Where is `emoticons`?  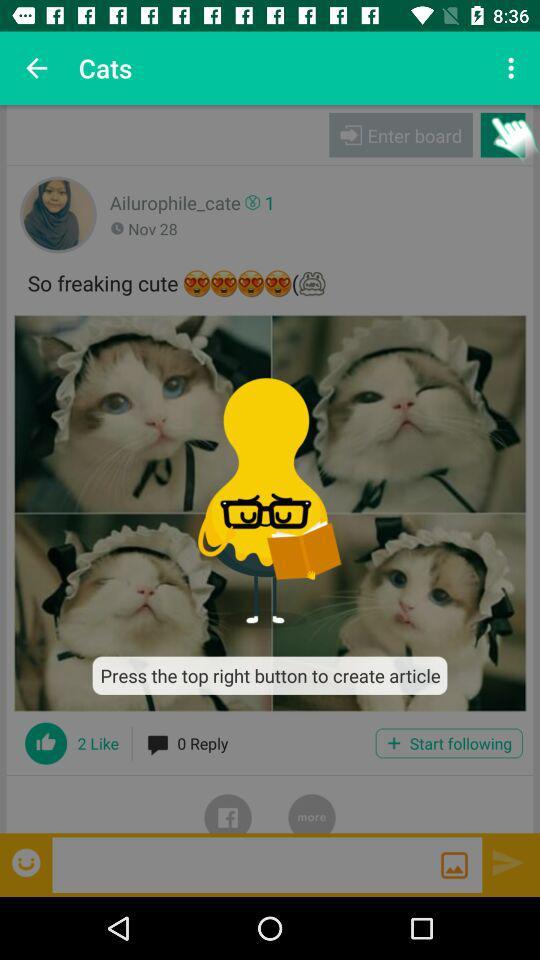 emoticons is located at coordinates (27, 861).